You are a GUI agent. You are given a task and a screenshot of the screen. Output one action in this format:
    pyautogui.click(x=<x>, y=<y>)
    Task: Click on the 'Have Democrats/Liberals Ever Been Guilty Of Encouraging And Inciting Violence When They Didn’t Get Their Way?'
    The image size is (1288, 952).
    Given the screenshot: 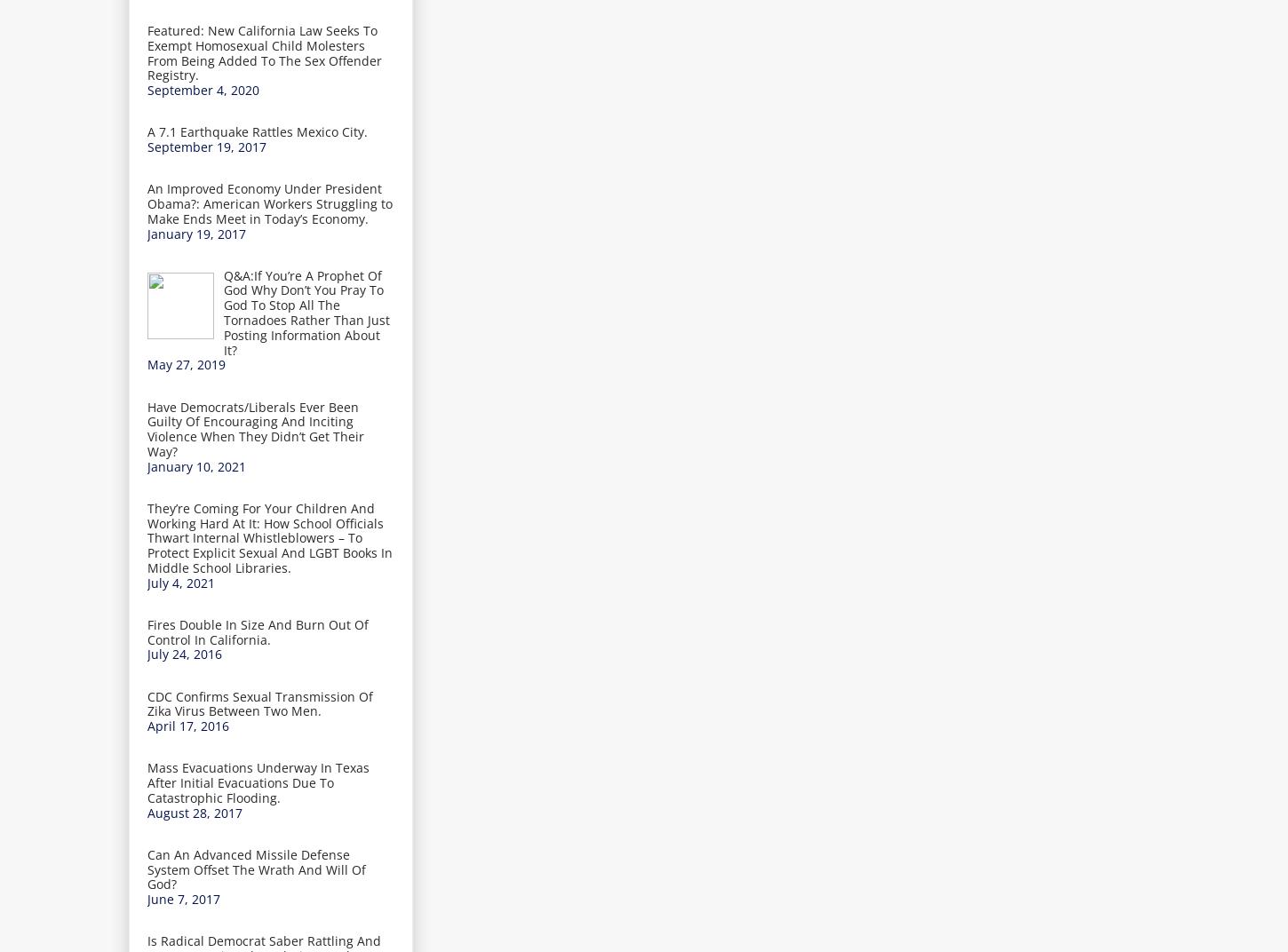 What is the action you would take?
    pyautogui.click(x=255, y=428)
    